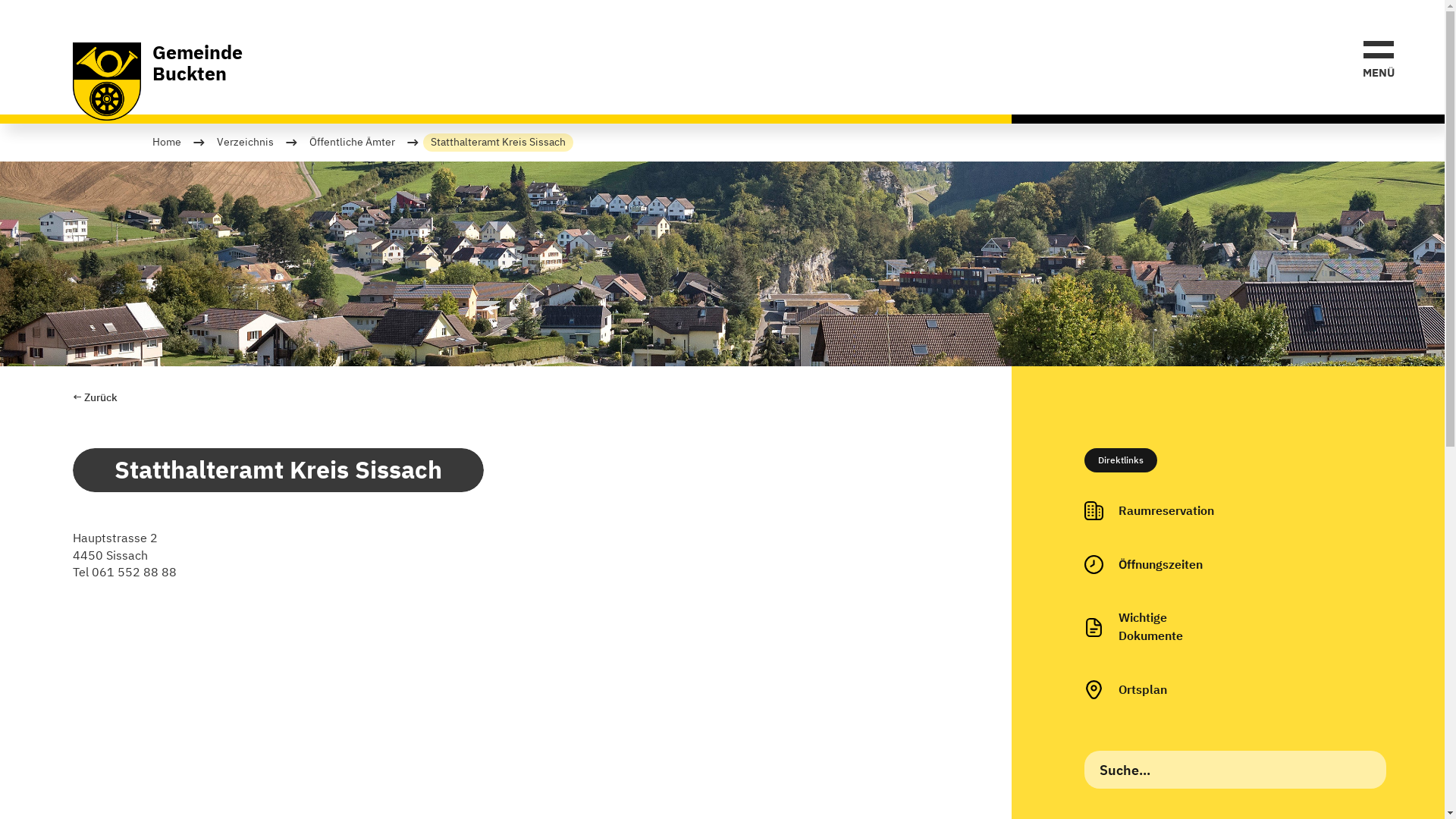  Describe the element at coordinates (1068, 626) in the screenshot. I see `'Wichtige Dokumente'` at that location.